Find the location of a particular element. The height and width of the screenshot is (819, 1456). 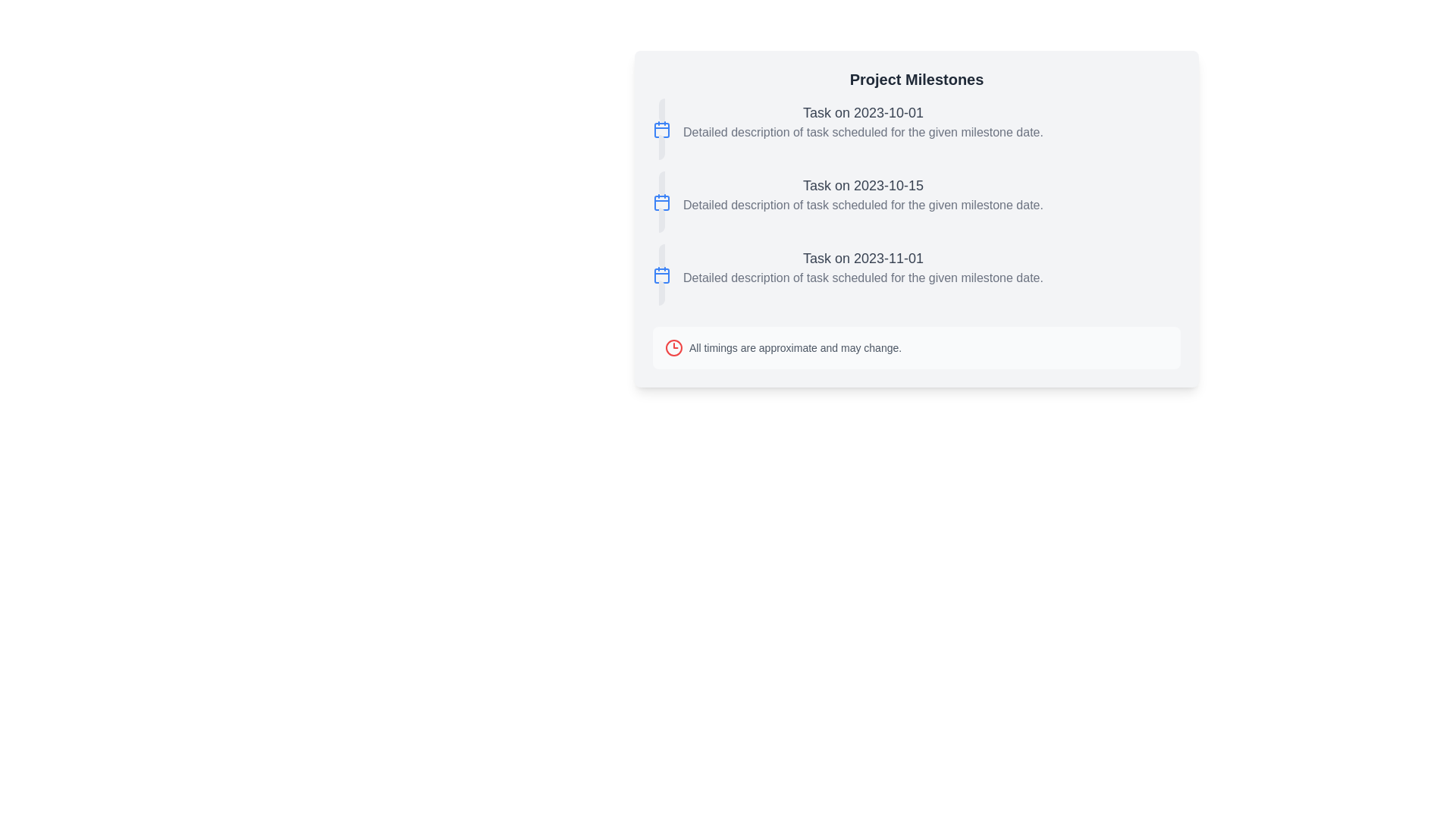

the third Text Block in the 'Project Milestones' section that describes the task scheduled on '2023-11-01' is located at coordinates (863, 267).